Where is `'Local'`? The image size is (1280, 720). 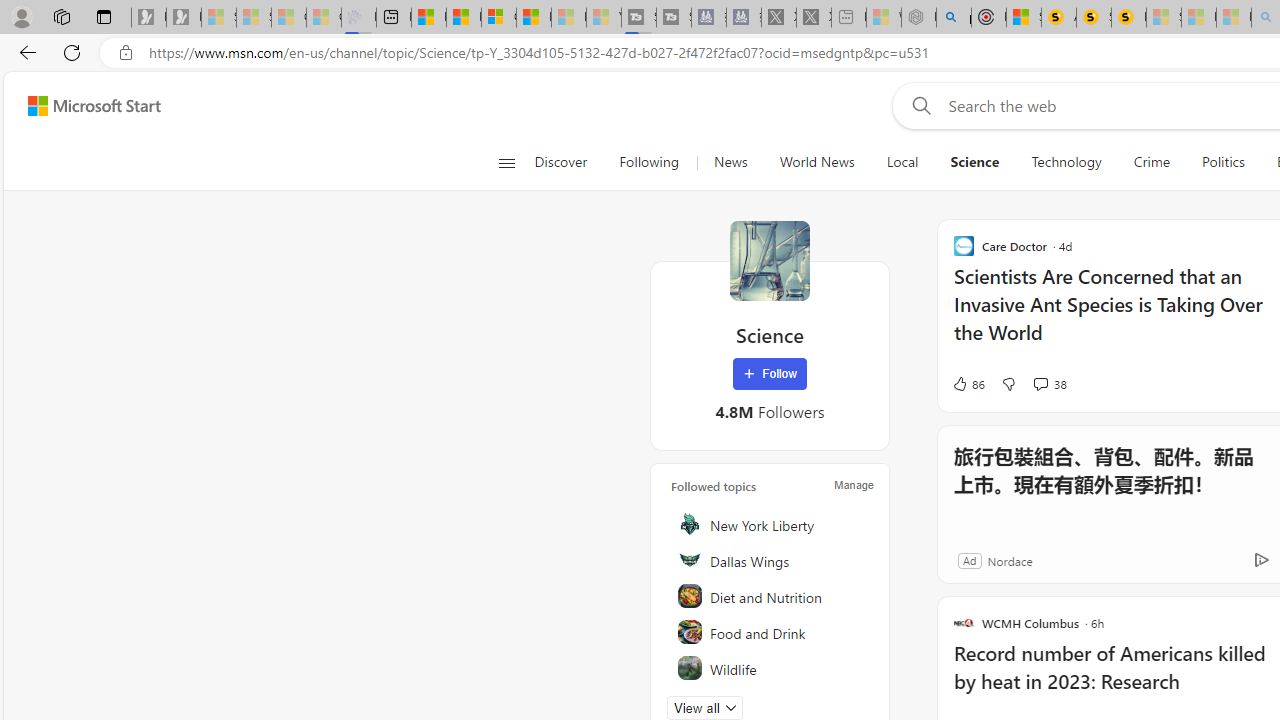 'Local' is located at coordinates (901, 162).